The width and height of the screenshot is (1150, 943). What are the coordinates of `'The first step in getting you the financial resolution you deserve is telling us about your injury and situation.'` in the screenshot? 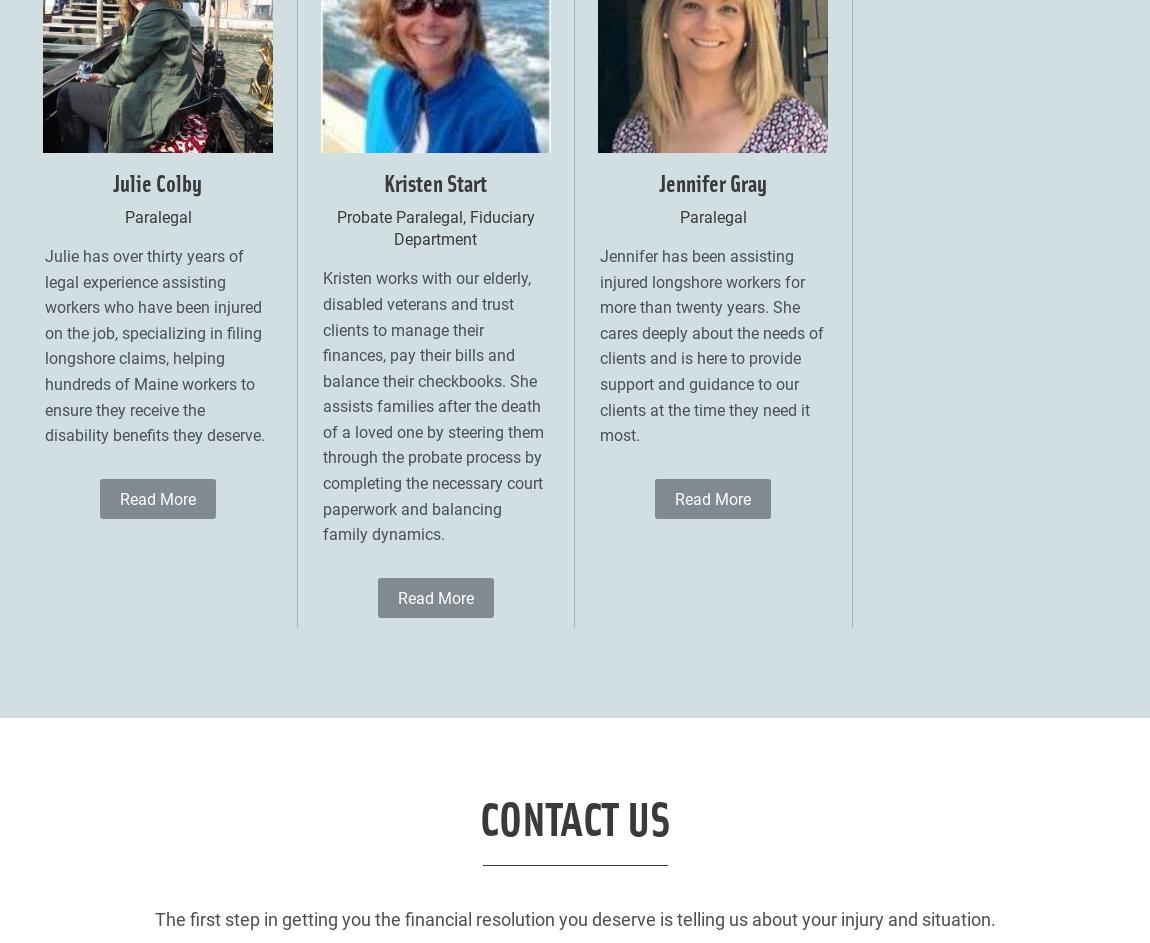 It's located at (574, 918).